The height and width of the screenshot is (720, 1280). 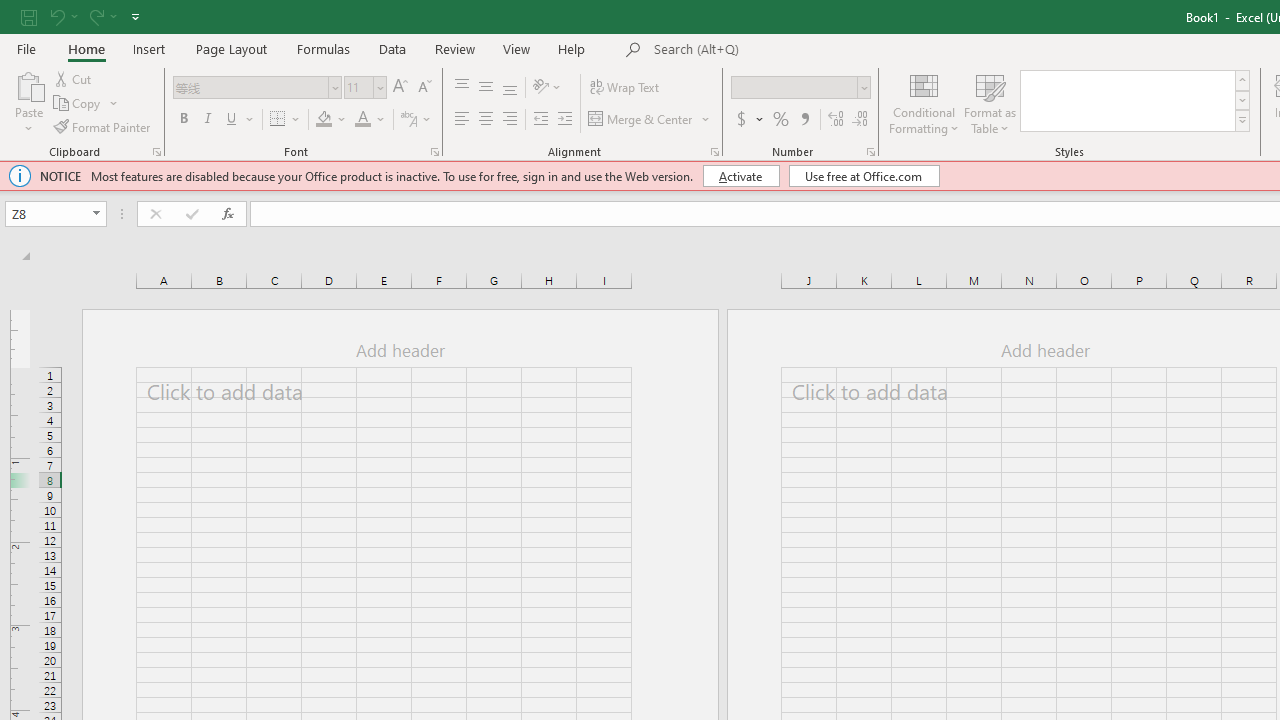 I want to click on 'Borders', so click(x=285, y=119).